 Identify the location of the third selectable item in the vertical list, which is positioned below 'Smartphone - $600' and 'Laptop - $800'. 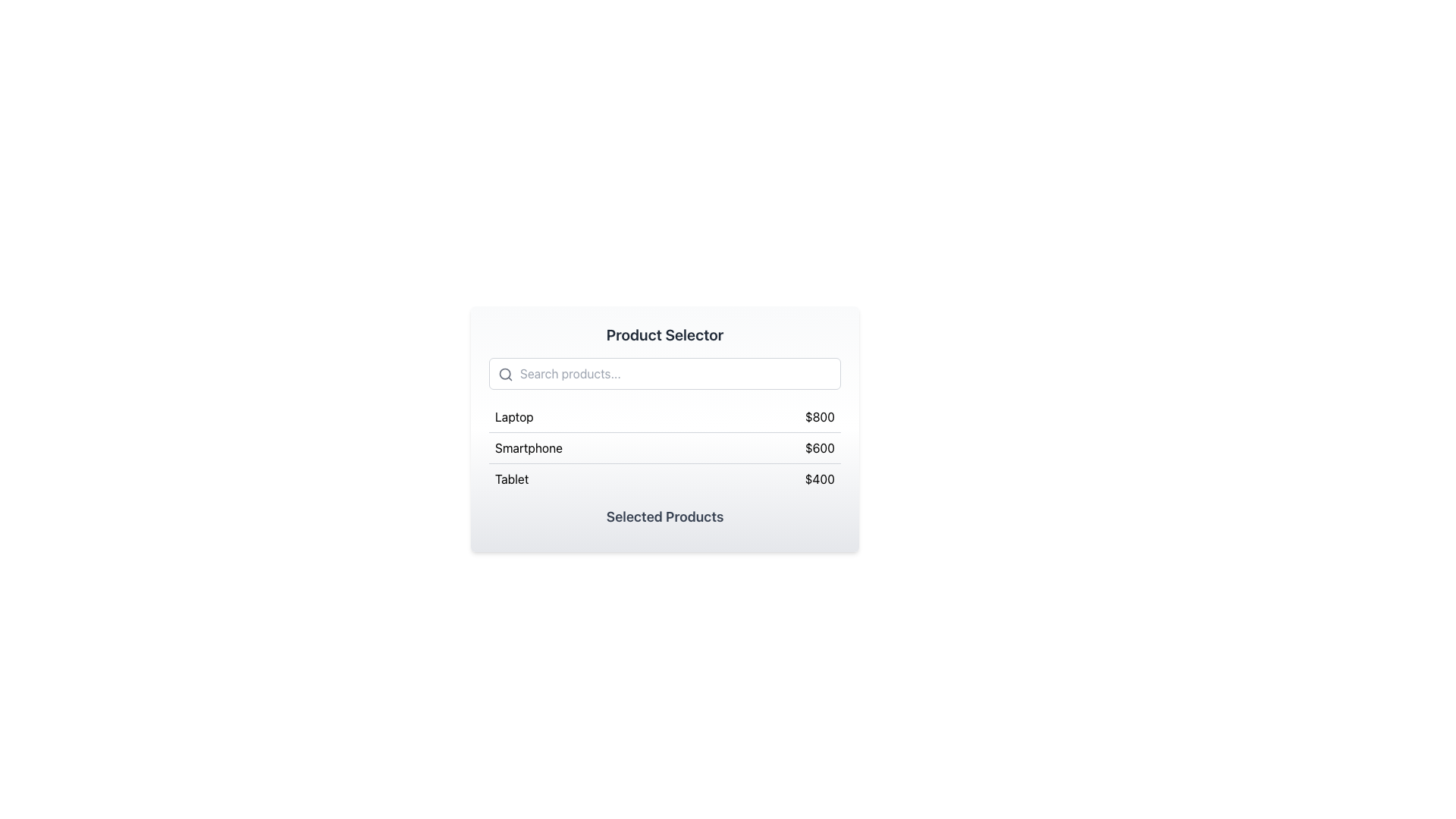
(665, 479).